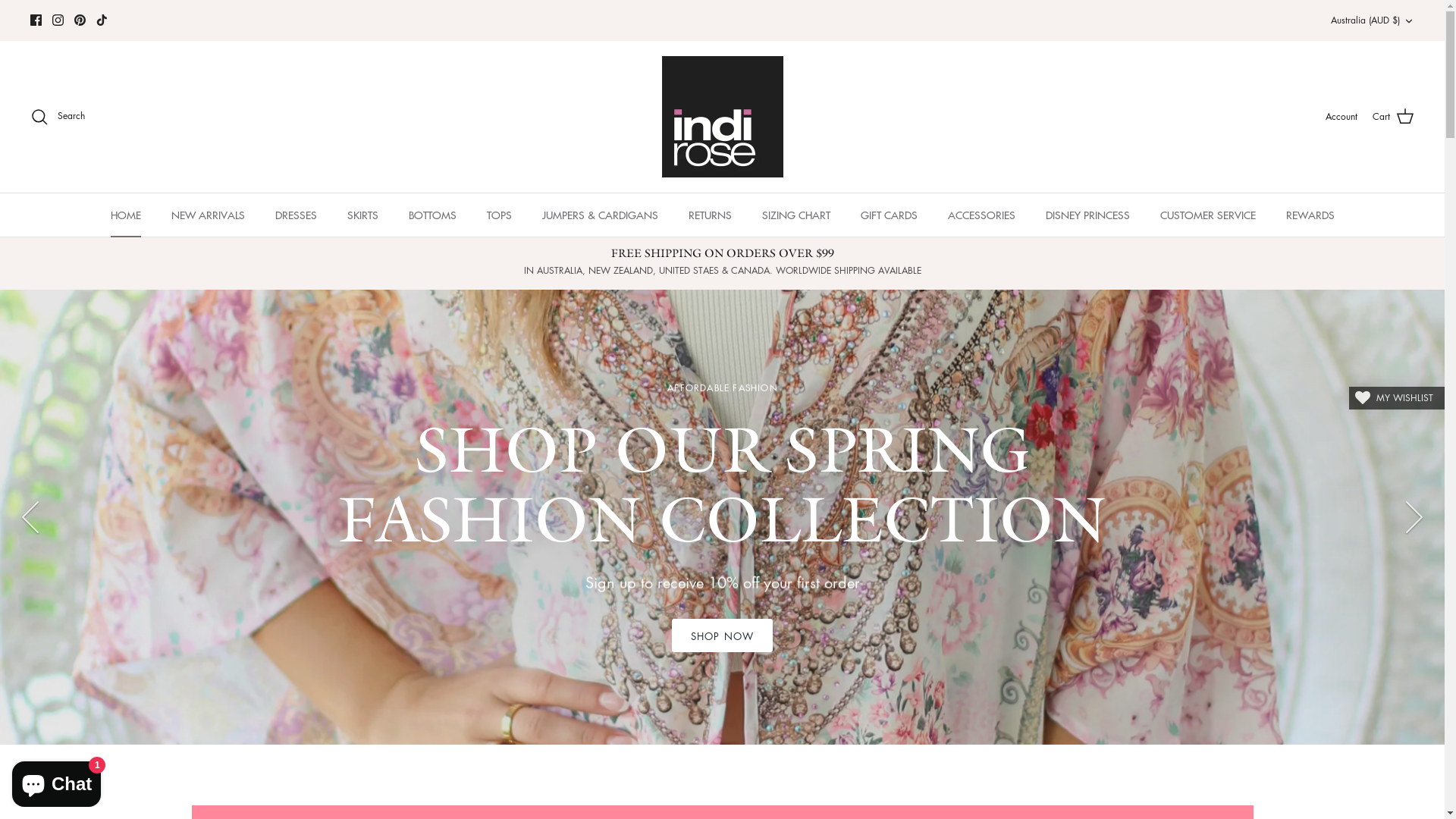 This screenshot has height=819, width=1456. Describe the element at coordinates (1372, 20) in the screenshot. I see `'Australia (AUD $)` at that location.